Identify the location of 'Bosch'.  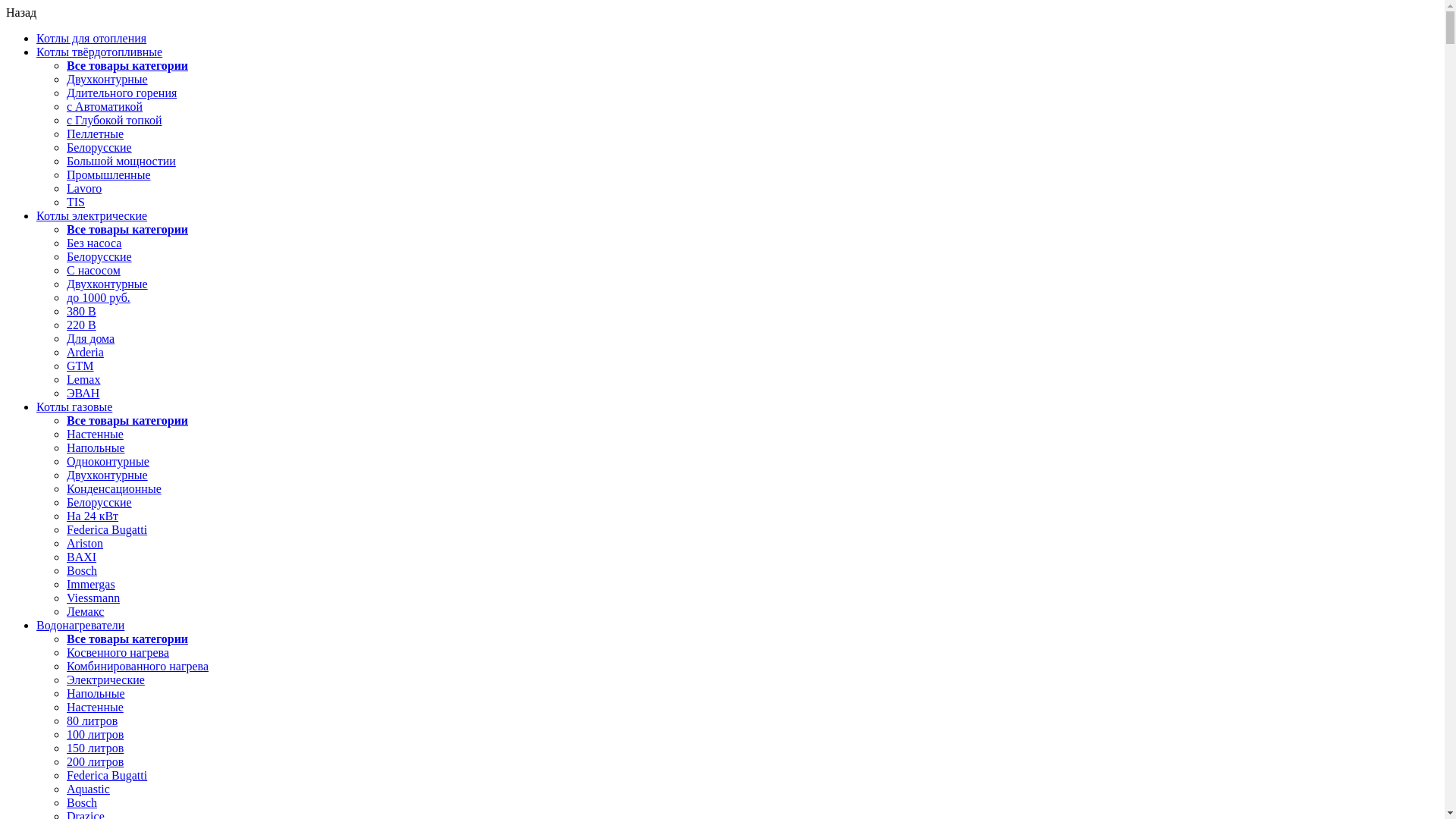
(80, 570).